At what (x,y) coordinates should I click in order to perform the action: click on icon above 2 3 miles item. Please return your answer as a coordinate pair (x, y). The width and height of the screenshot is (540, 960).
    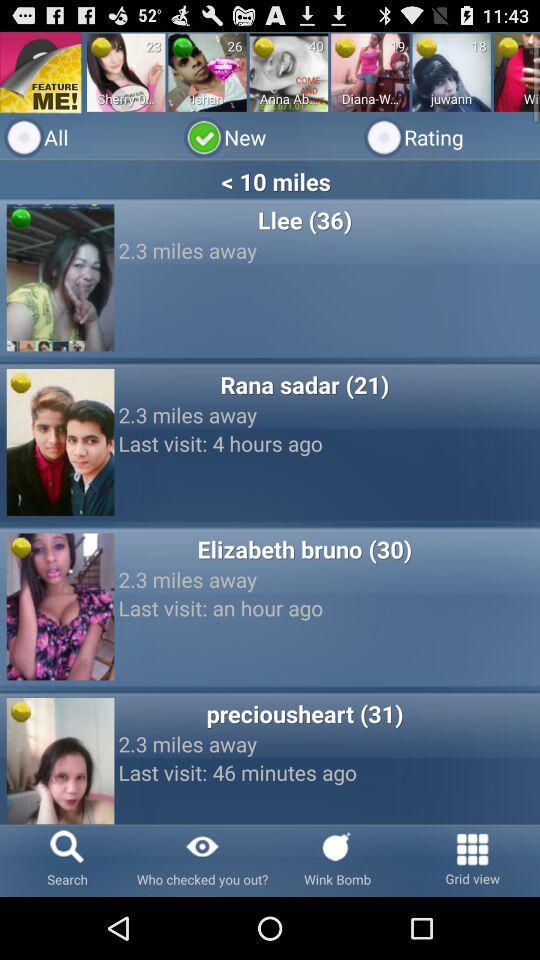
    Looking at the image, I should click on (303, 713).